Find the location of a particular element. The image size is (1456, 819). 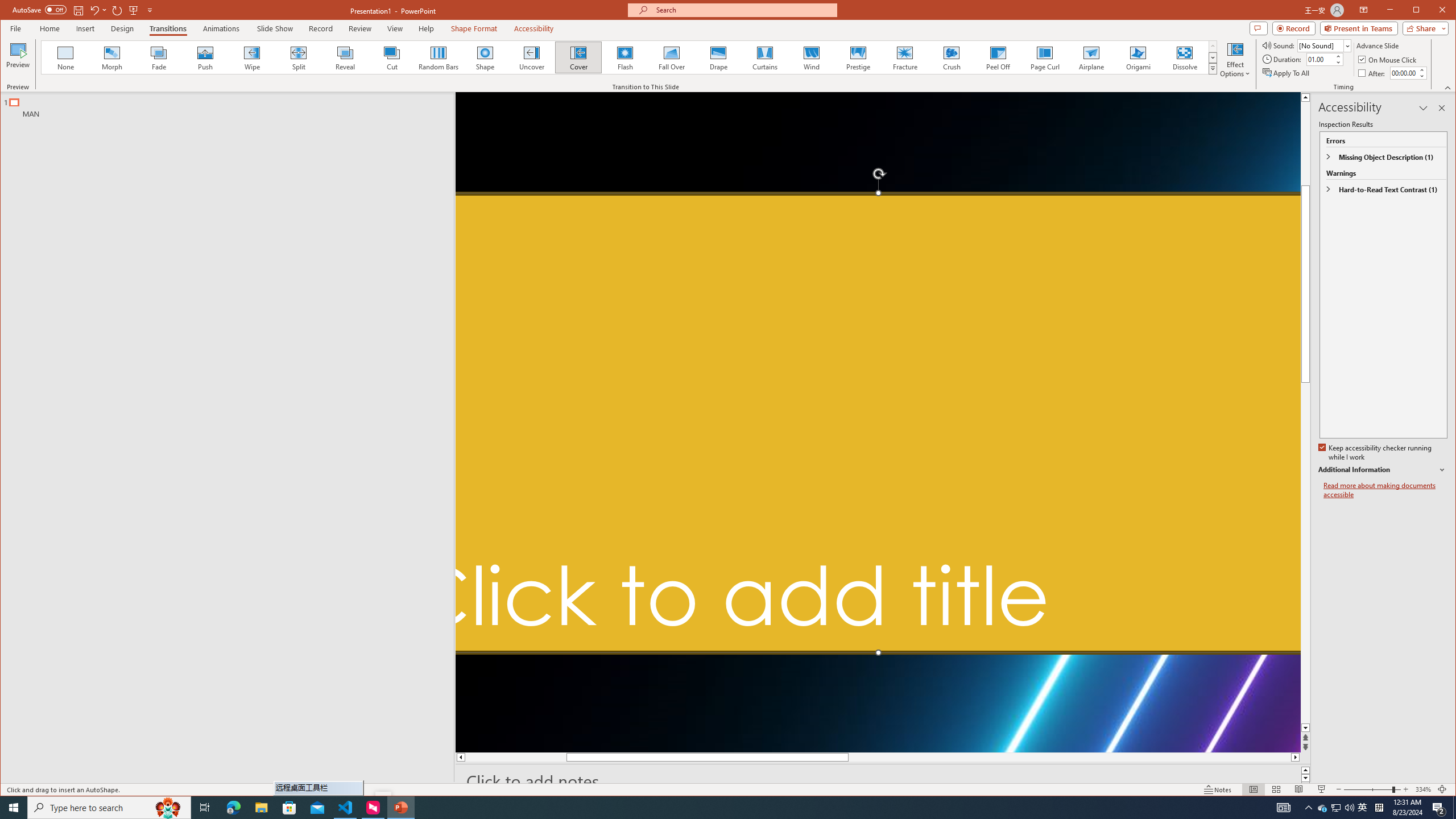

'On Mouse Click' is located at coordinates (1387, 59).